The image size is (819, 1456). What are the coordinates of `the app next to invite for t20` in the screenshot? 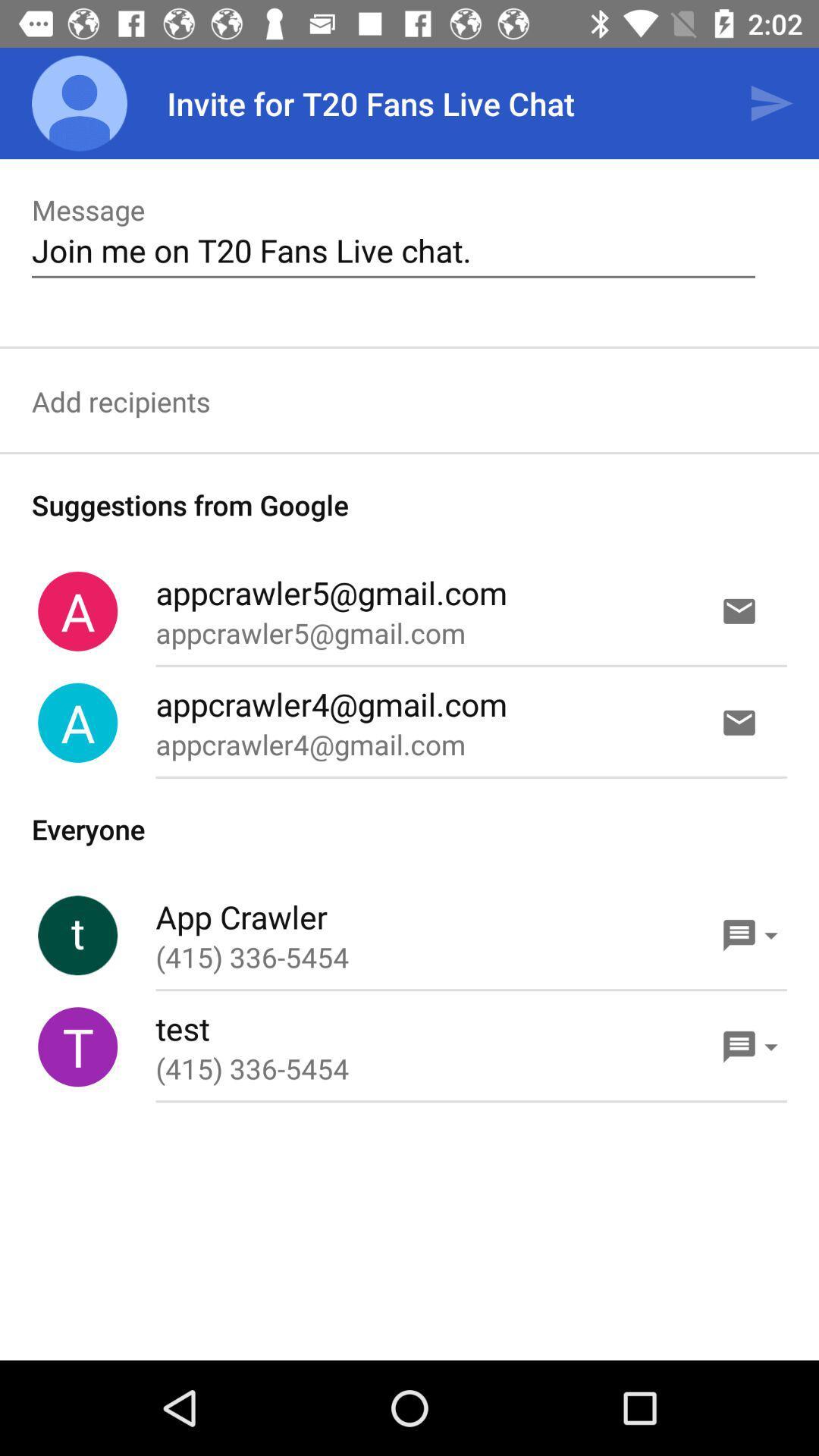 It's located at (79, 102).